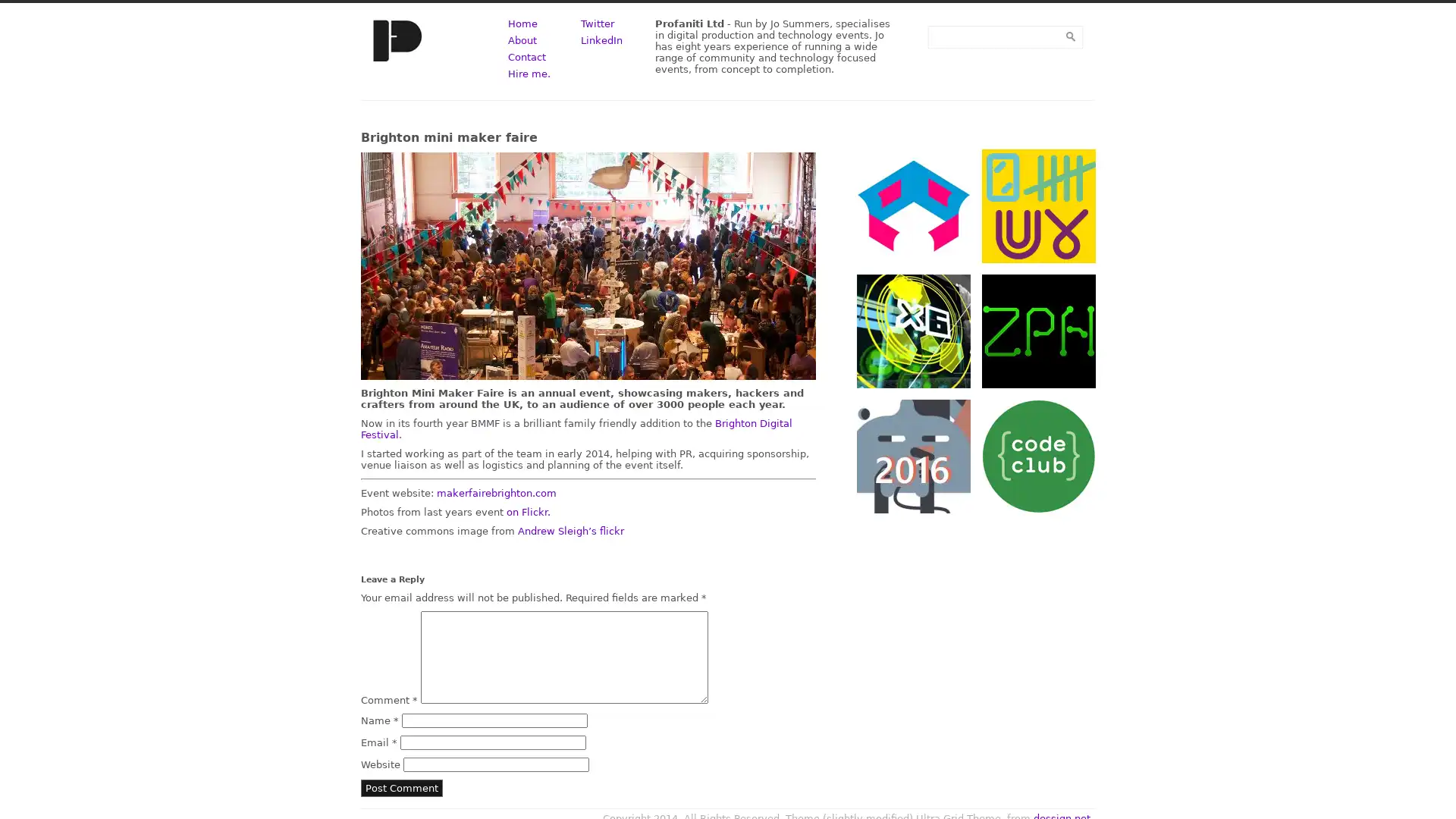  What do you see at coordinates (401, 787) in the screenshot?
I see `Post Comment` at bounding box center [401, 787].